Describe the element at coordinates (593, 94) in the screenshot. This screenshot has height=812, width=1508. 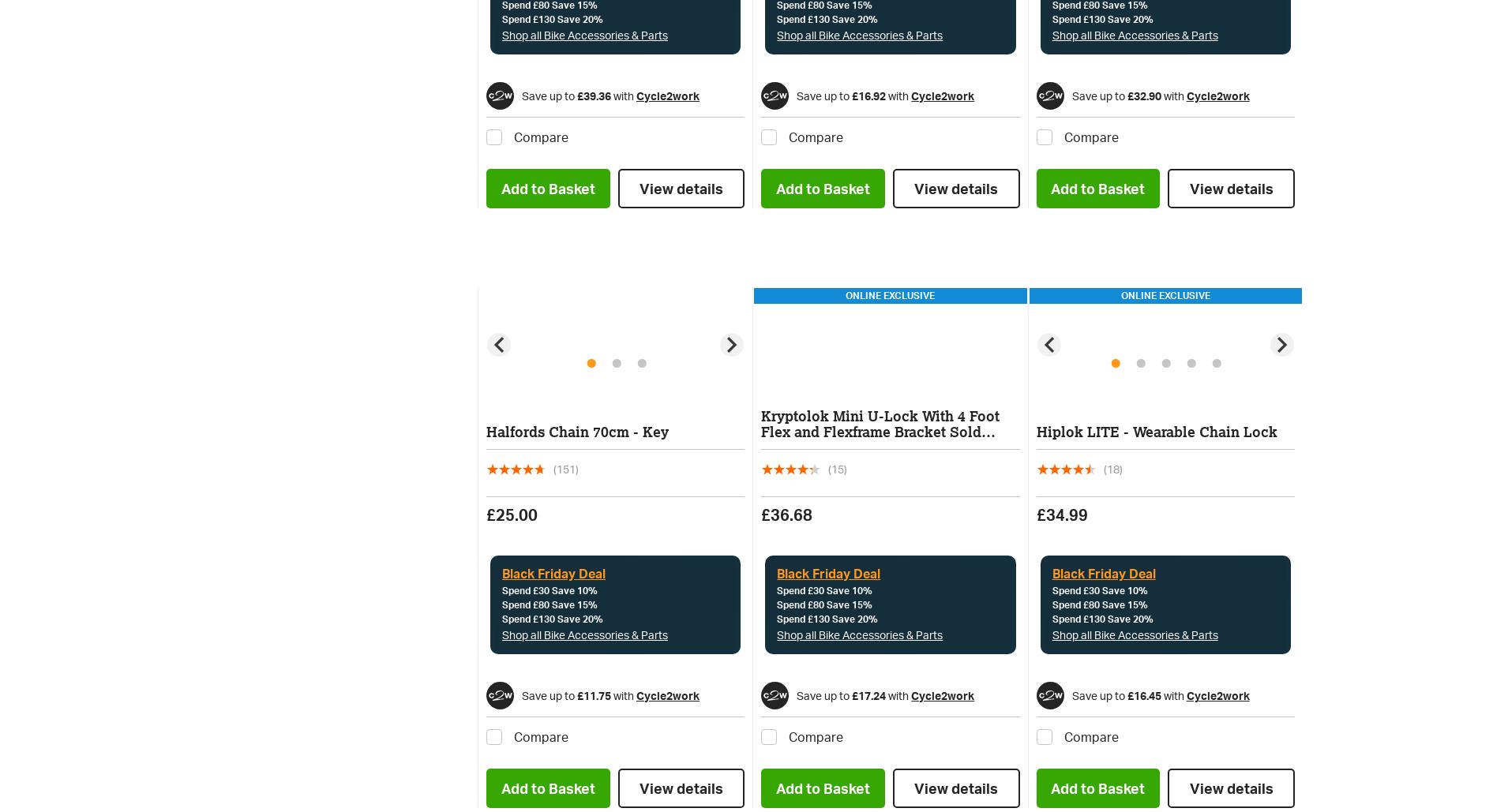
I see `'£39.36'` at that location.